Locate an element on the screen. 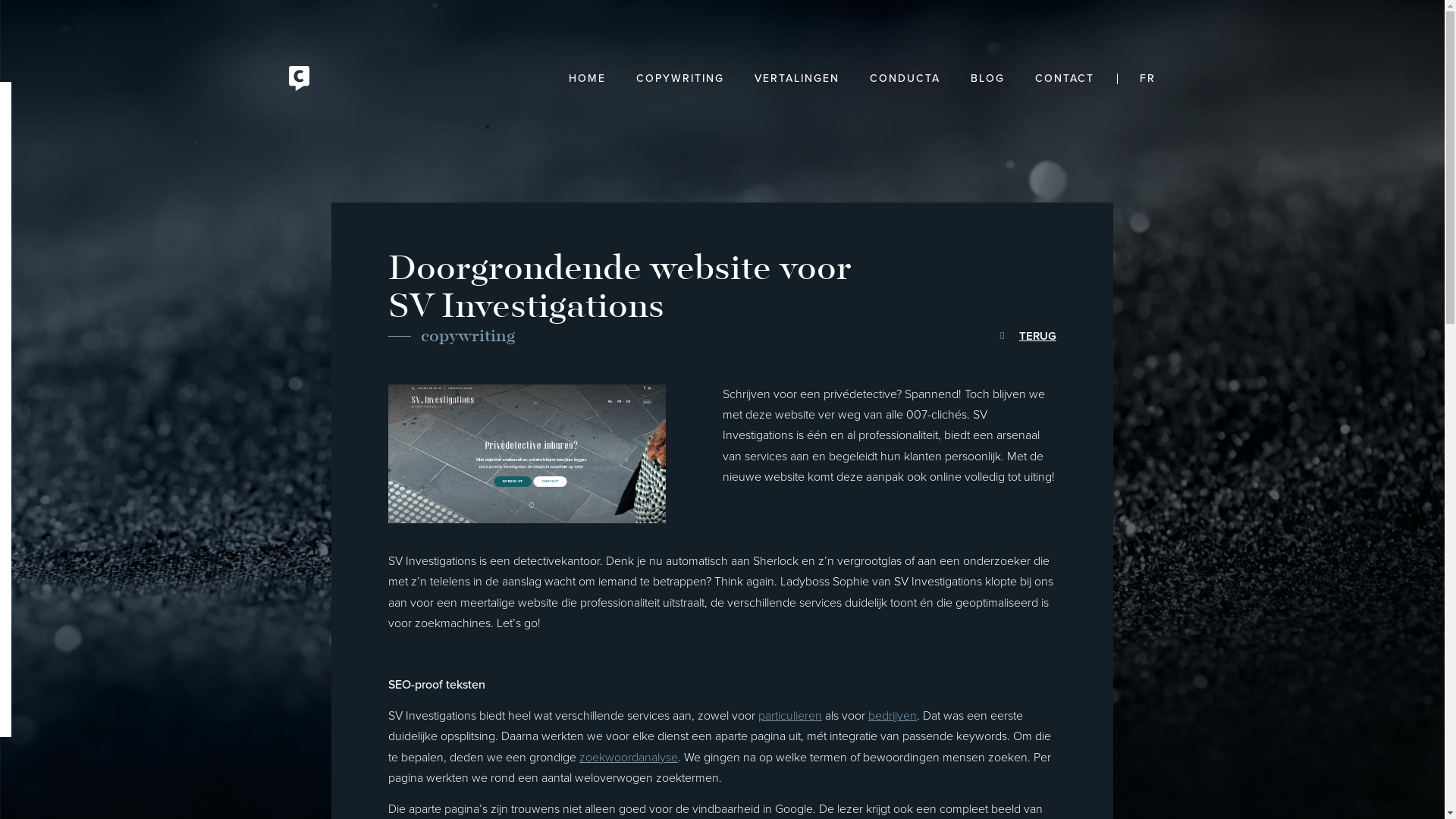  'BLOG' is located at coordinates (987, 78).